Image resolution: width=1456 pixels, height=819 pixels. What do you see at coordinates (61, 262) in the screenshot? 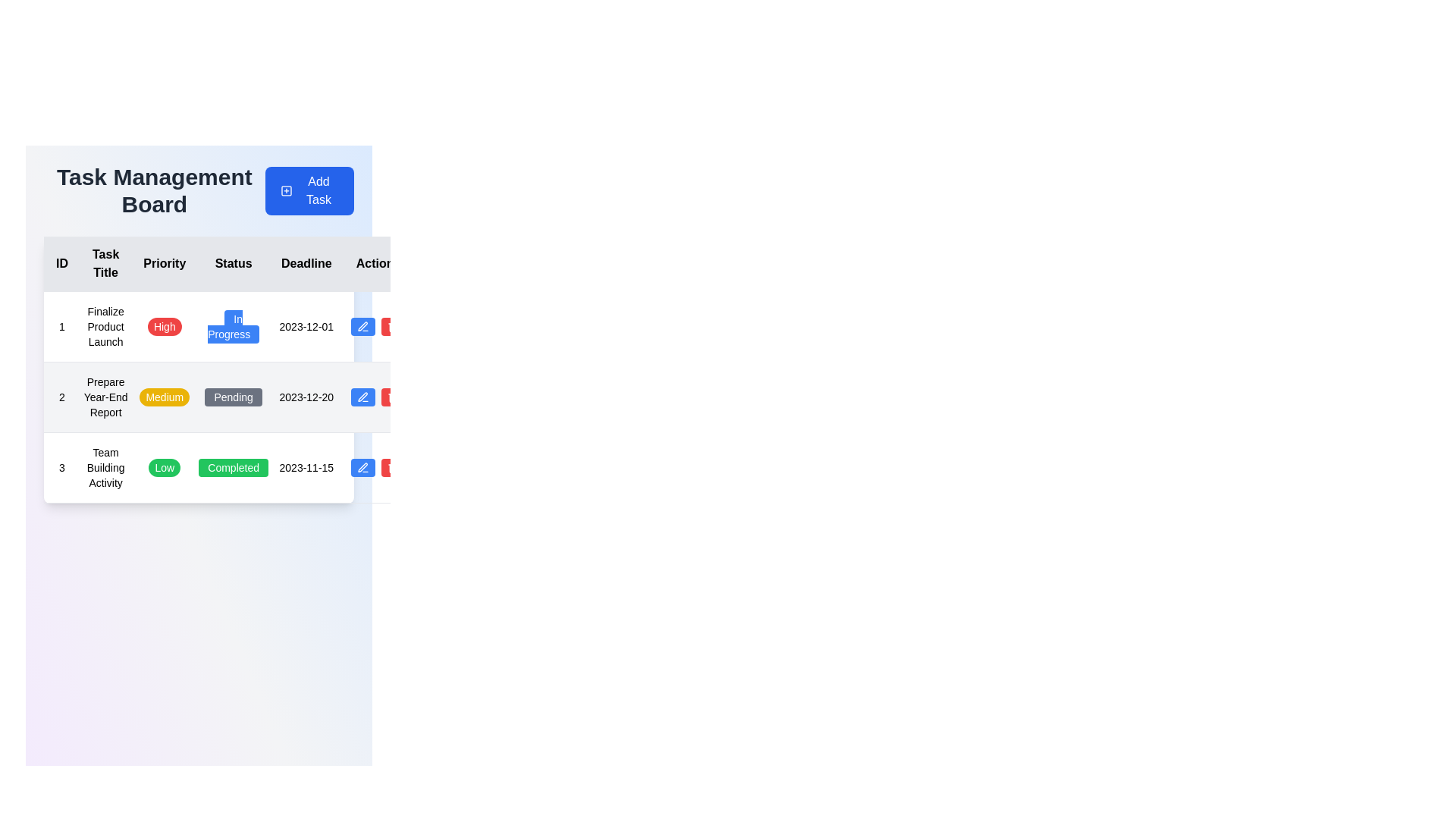
I see `the Table Header Cell that serves as the header for the unique identifiers column, located at the far-left of the table header row` at bounding box center [61, 262].